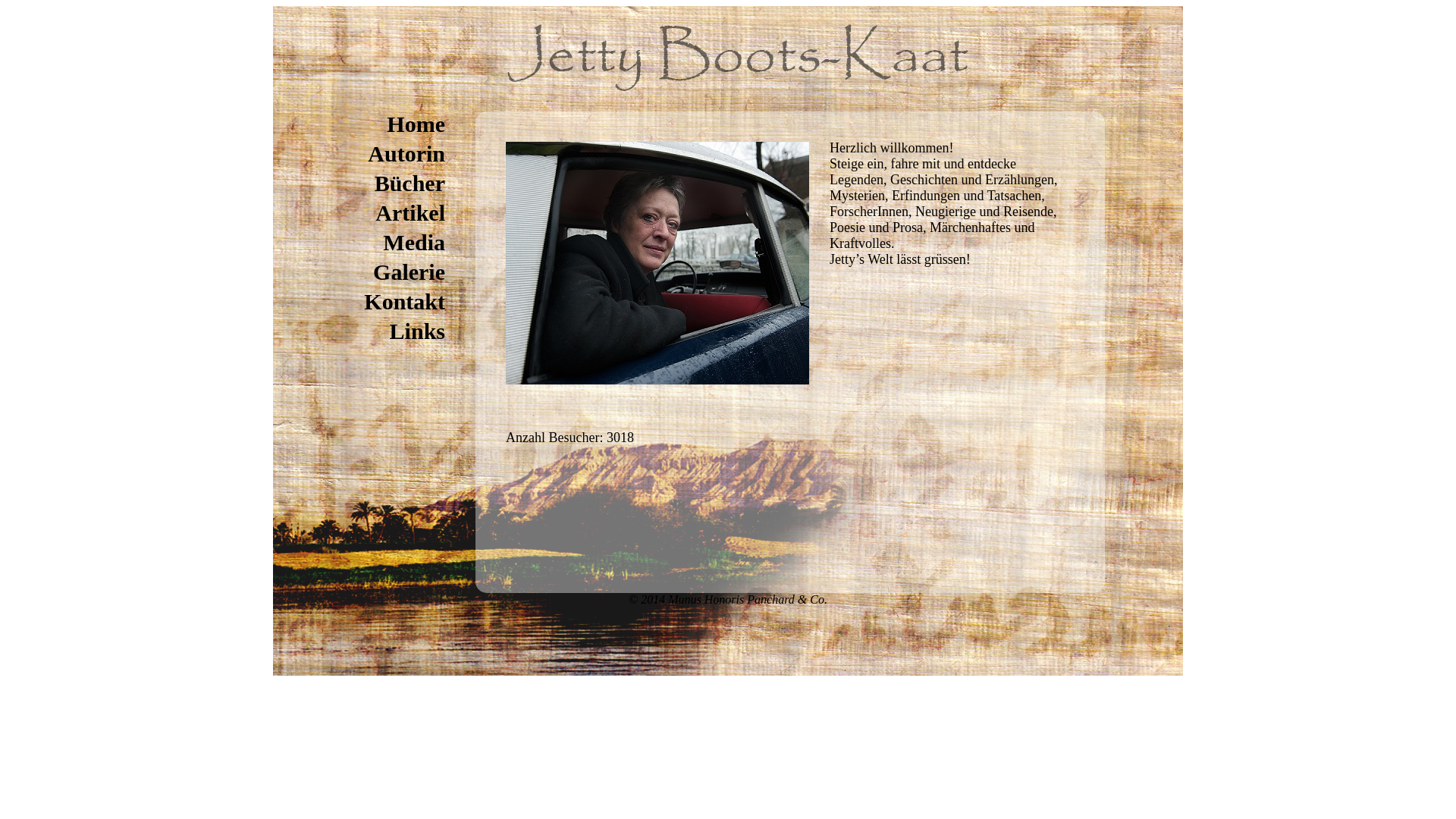 This screenshot has height=819, width=1456. Describe the element at coordinates (417, 330) in the screenshot. I see `'Links'` at that location.